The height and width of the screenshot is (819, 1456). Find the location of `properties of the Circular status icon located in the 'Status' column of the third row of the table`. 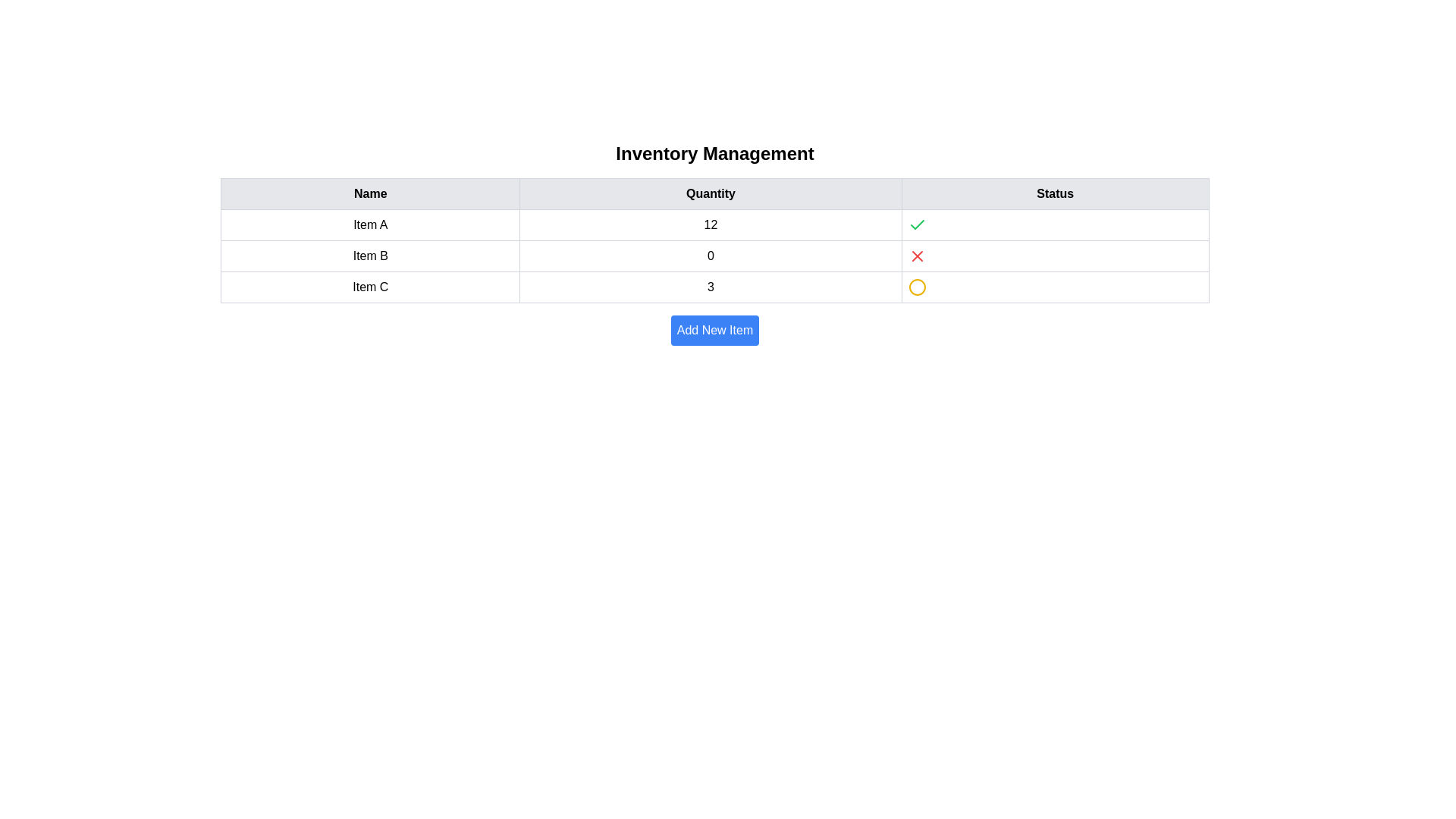

properties of the Circular status icon located in the 'Status' column of the third row of the table is located at coordinates (916, 287).